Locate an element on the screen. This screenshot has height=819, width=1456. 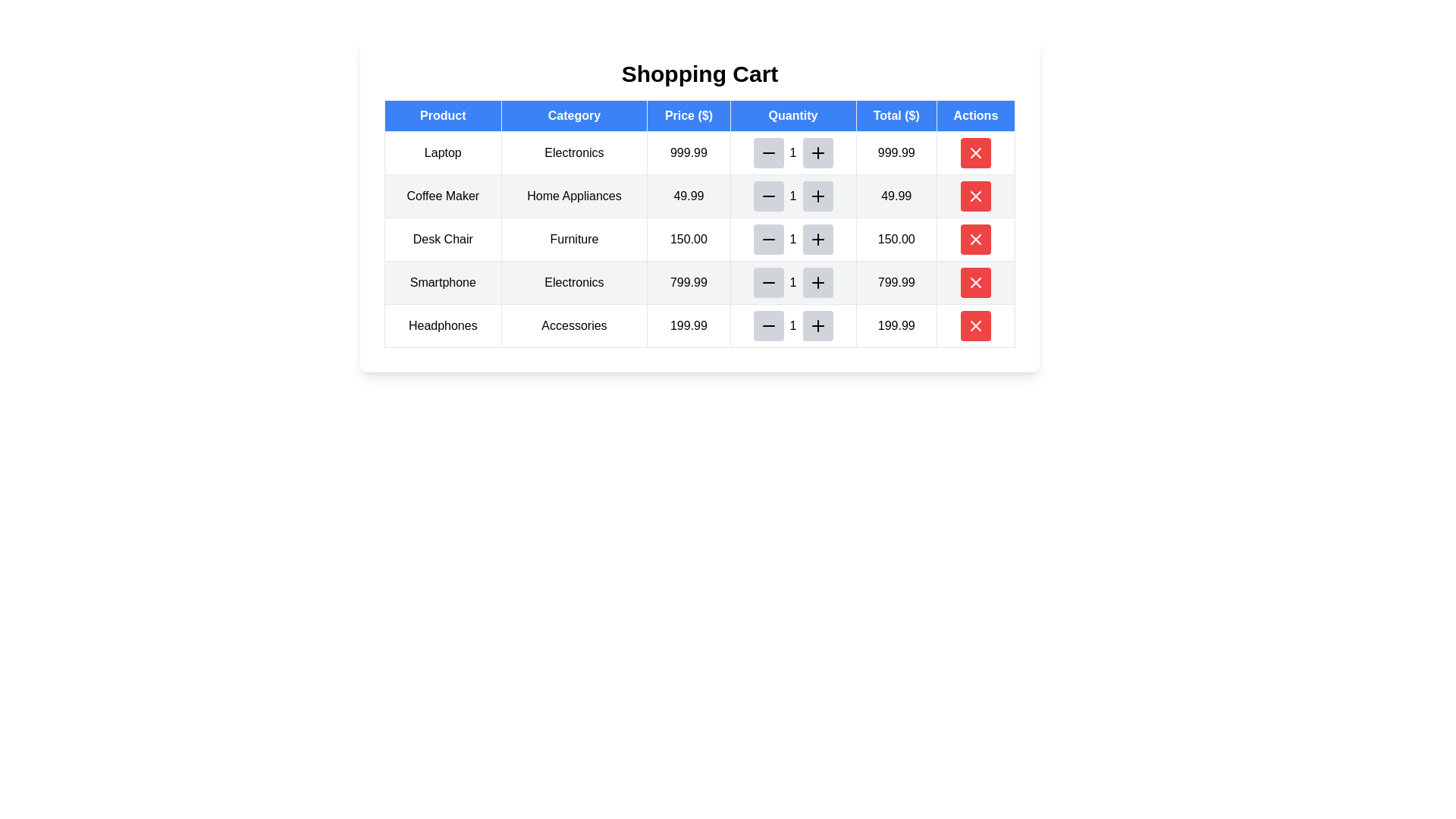
the plus sign button in the quantity column for the Desk Chair item in the shopping cart interface is located at coordinates (817, 239).